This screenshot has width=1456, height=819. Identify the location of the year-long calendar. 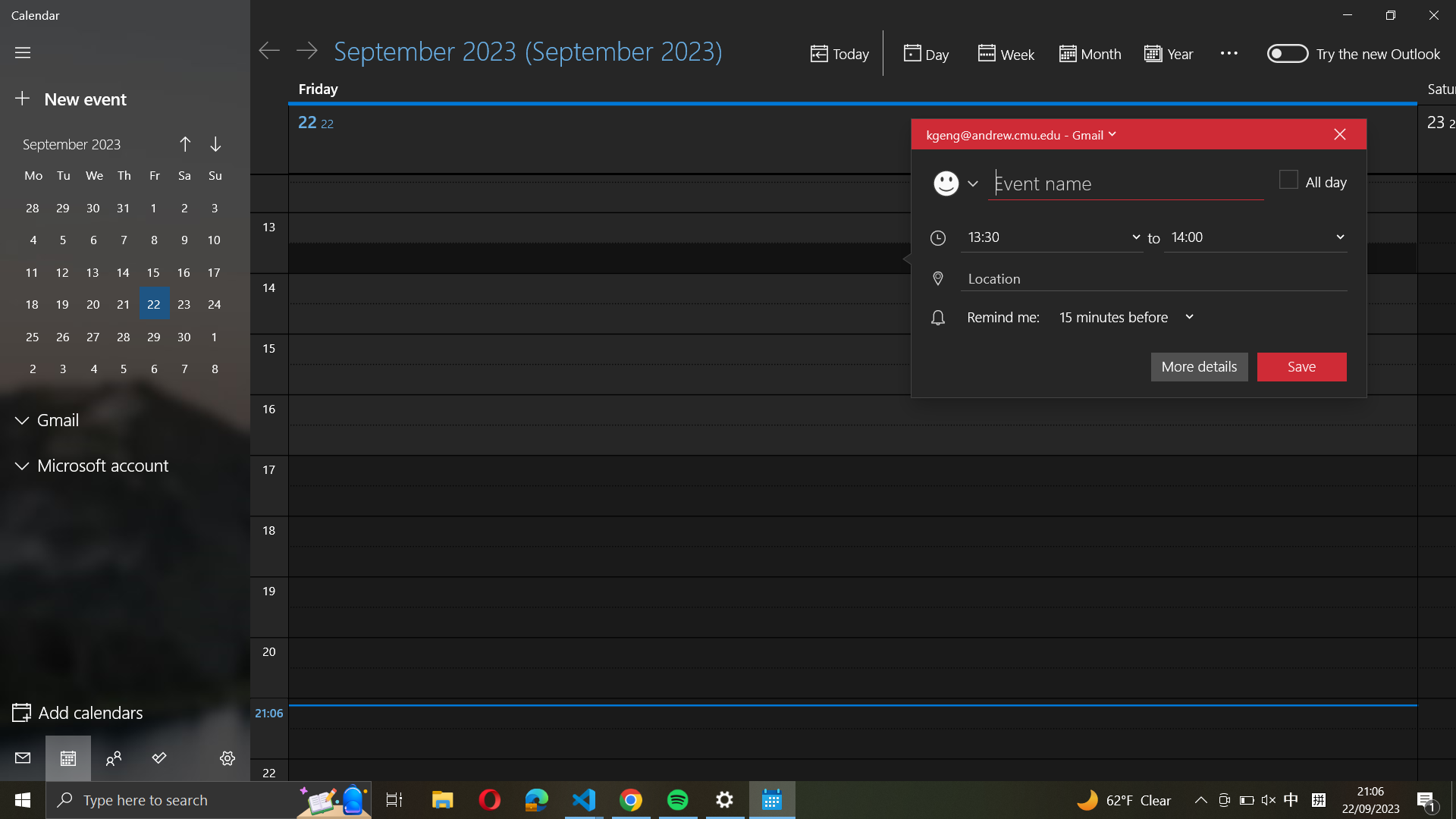
(1172, 52).